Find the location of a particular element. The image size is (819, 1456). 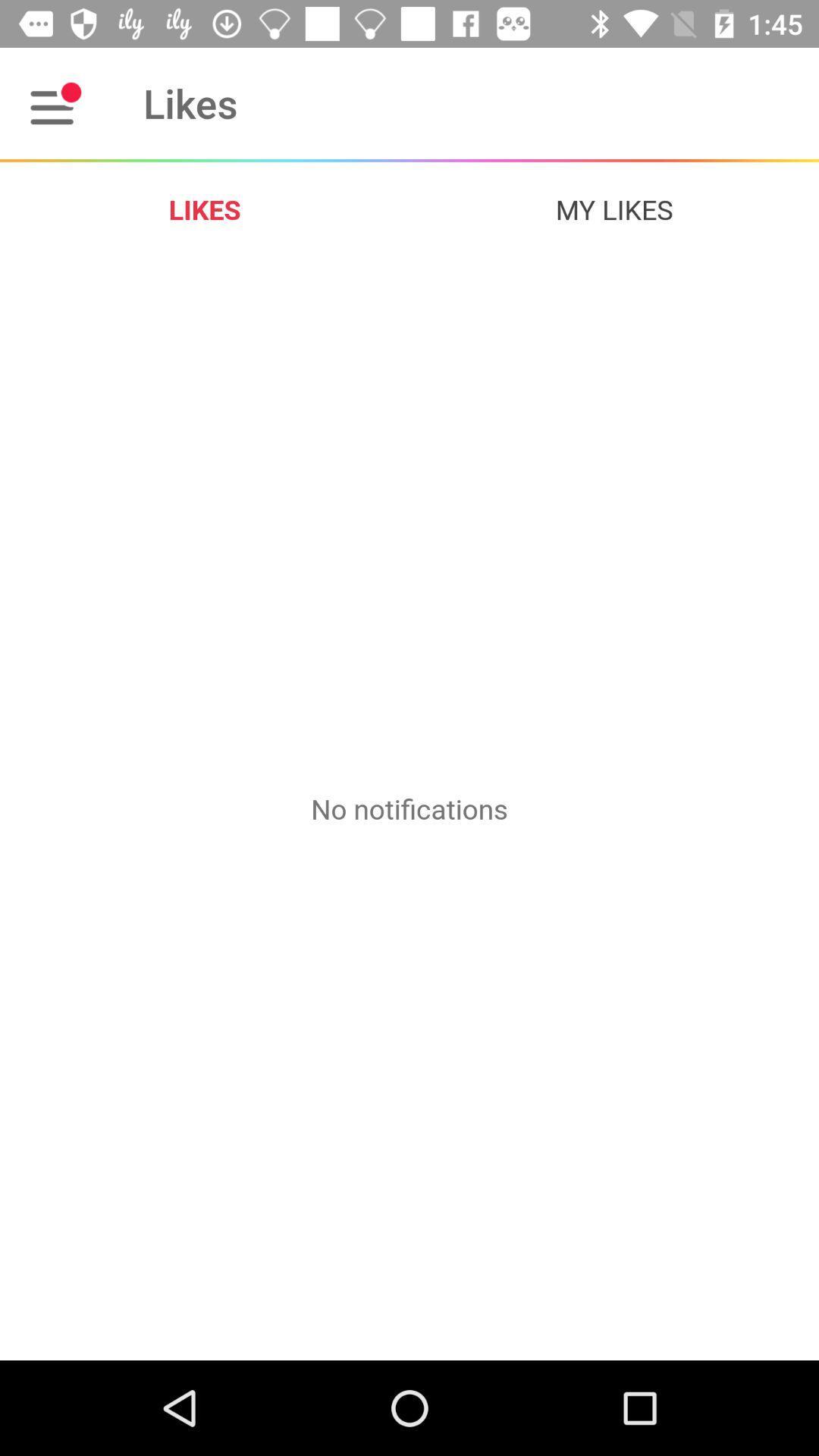

the item next to likes is located at coordinates (614, 209).